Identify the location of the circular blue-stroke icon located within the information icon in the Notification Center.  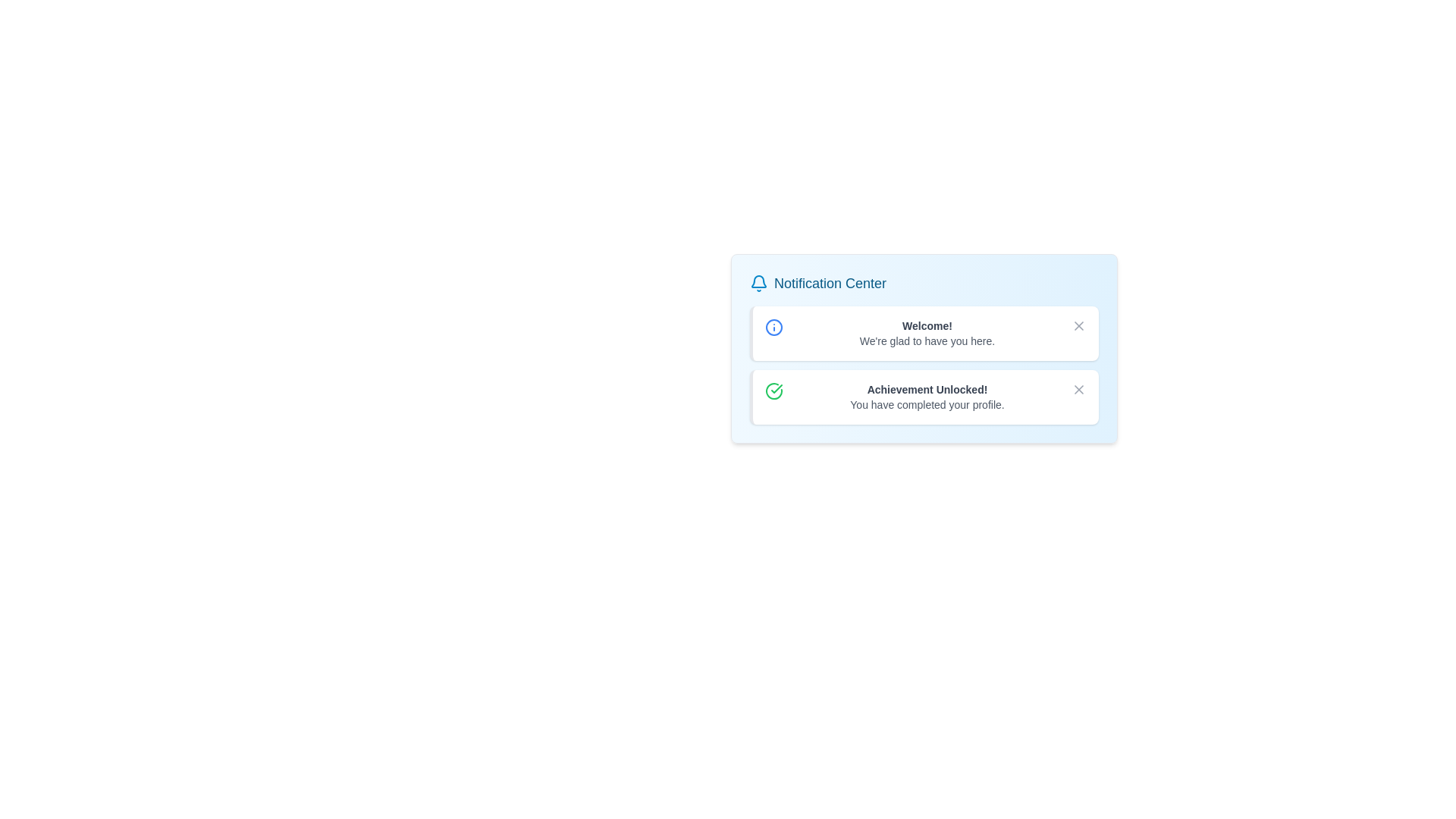
(774, 327).